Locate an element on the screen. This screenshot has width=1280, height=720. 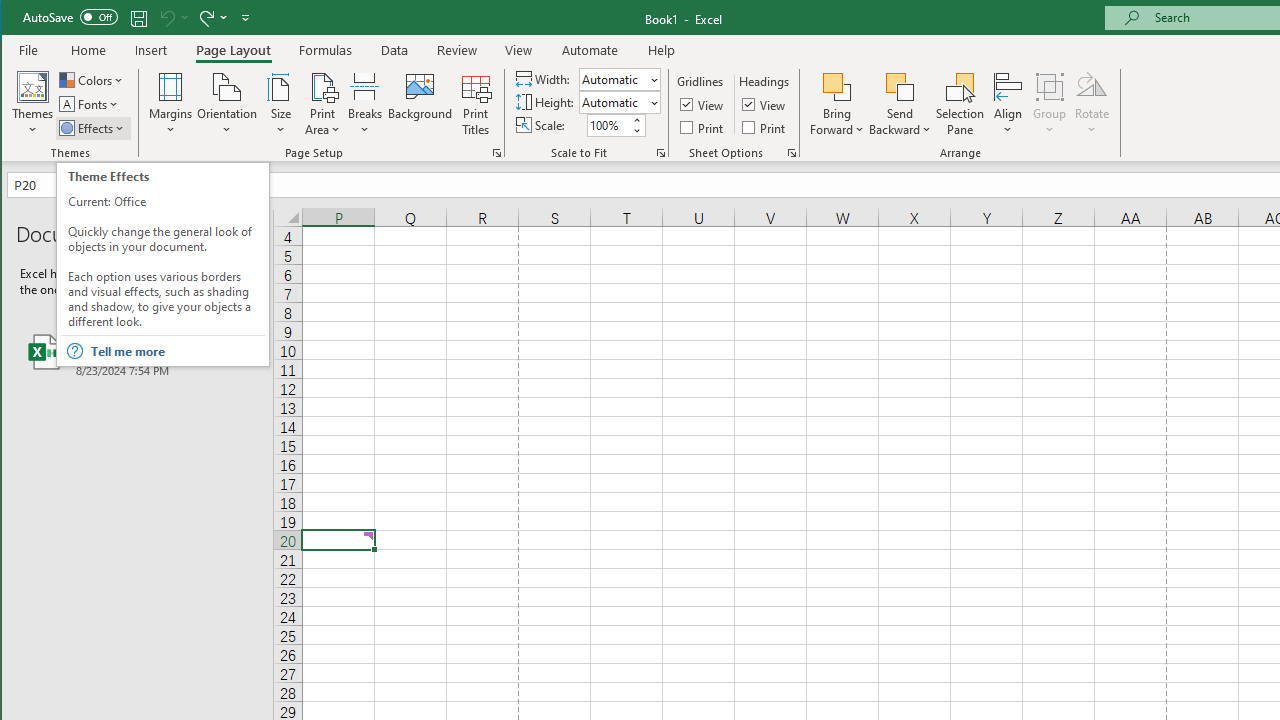
'Orientation' is located at coordinates (227, 104).